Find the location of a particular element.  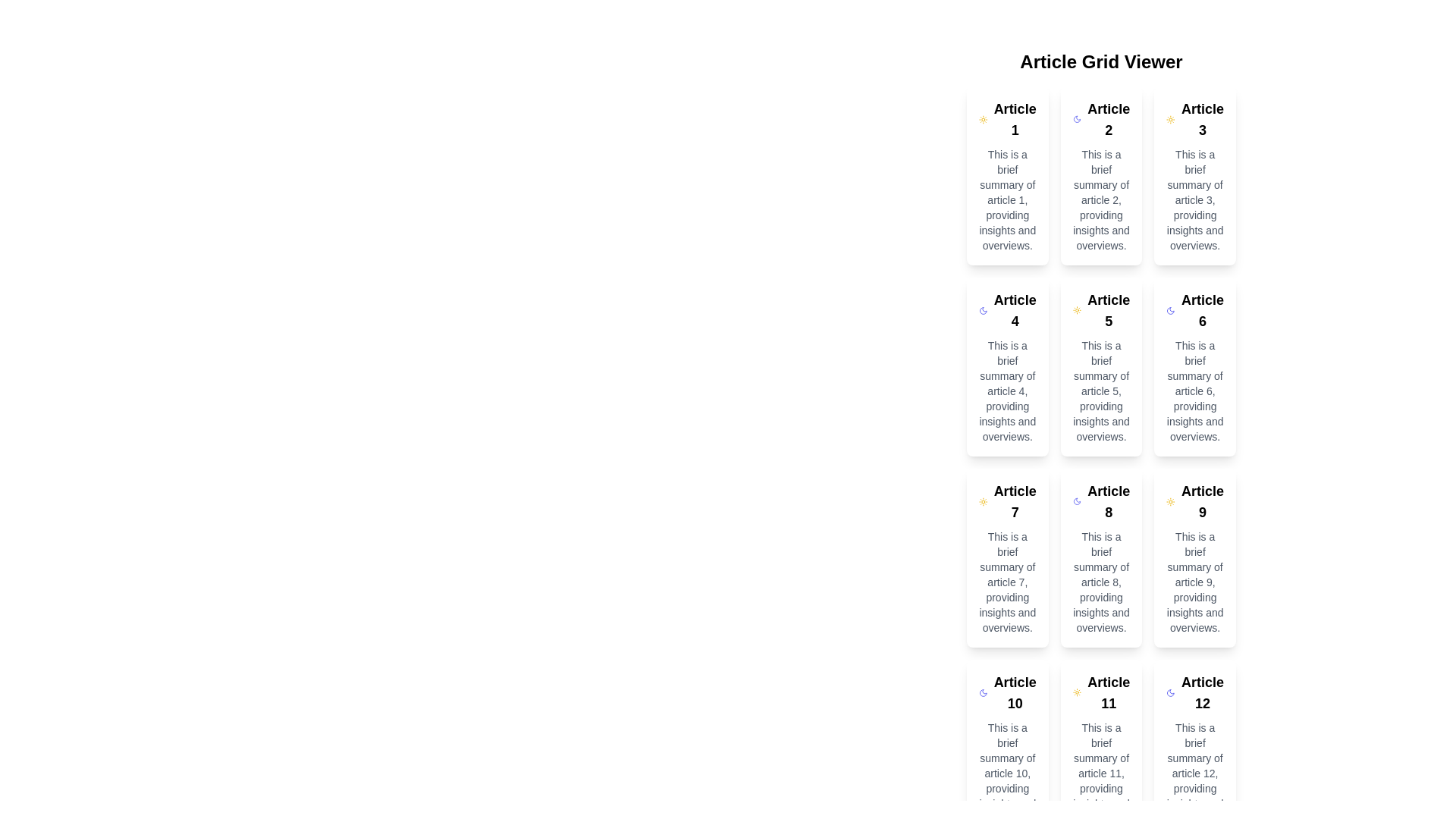

summary text of the Informational card titled 'Article 6', which is a white rectangular card located in the third row and third column of the grid structure is located at coordinates (1194, 366).